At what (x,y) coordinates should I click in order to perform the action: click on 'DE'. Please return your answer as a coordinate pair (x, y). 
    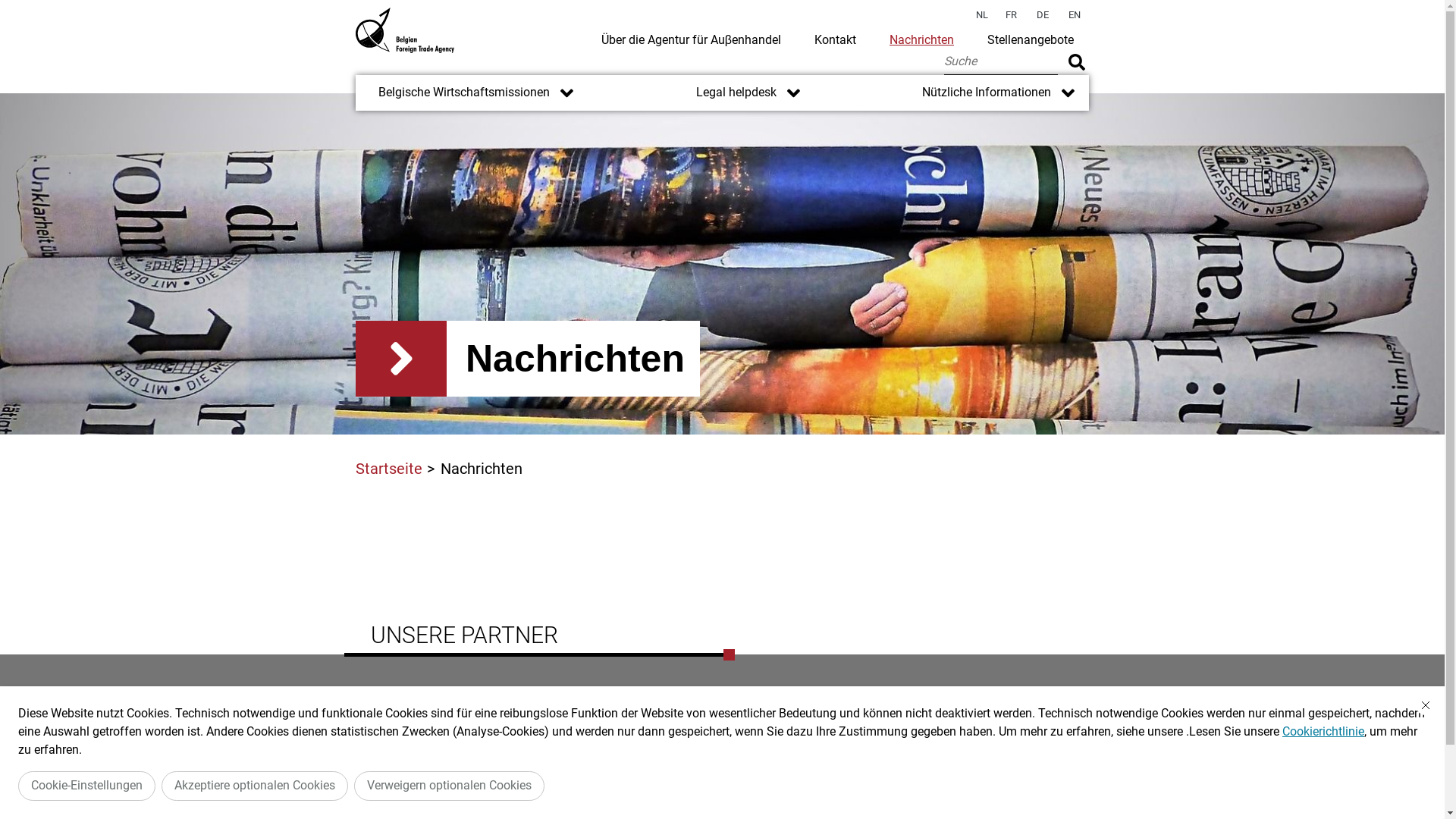
    Looking at the image, I should click on (1030, 15).